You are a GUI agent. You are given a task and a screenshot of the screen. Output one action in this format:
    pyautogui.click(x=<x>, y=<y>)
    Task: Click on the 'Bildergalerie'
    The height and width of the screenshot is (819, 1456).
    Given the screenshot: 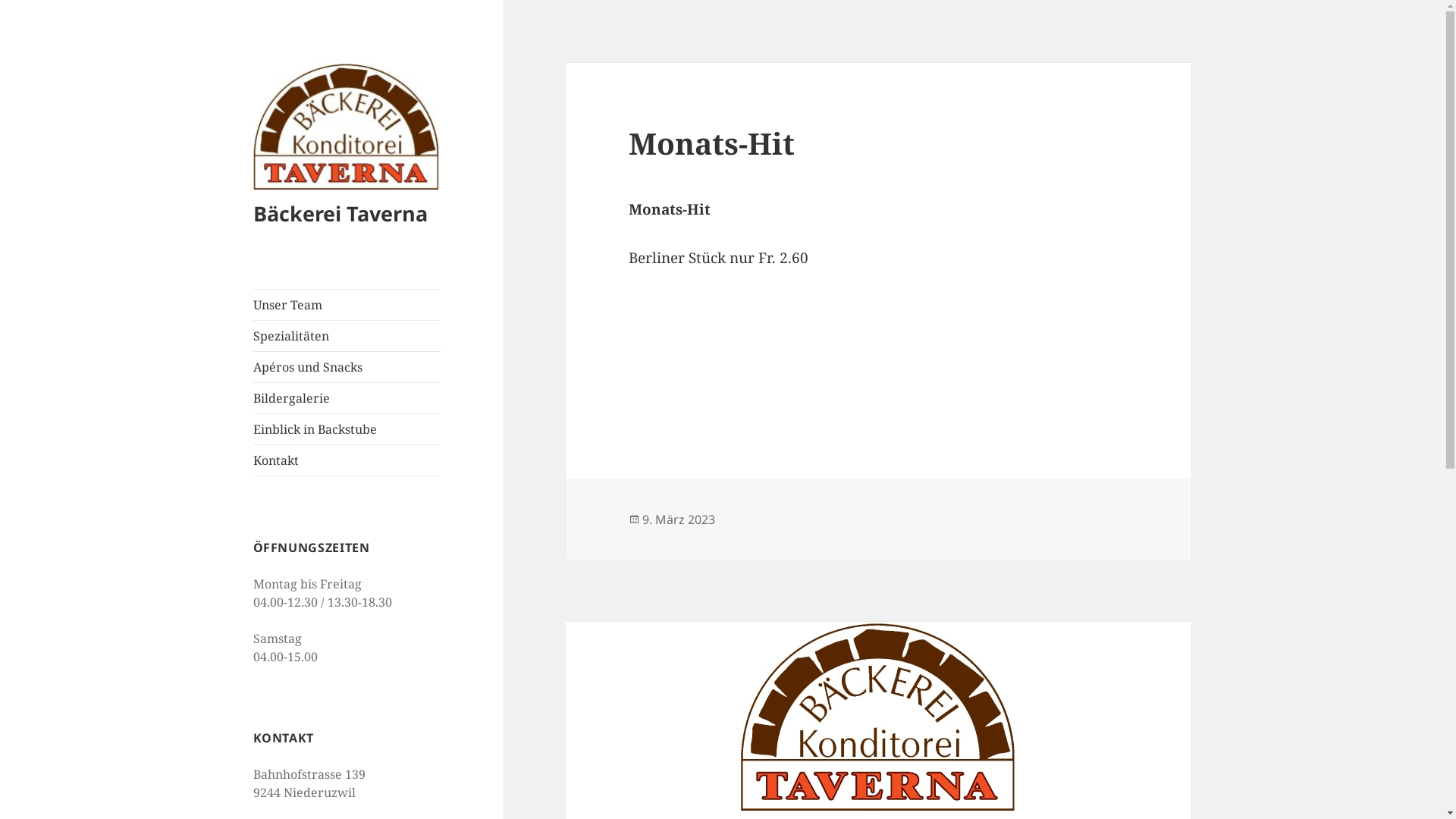 What is the action you would take?
    pyautogui.click(x=346, y=397)
    